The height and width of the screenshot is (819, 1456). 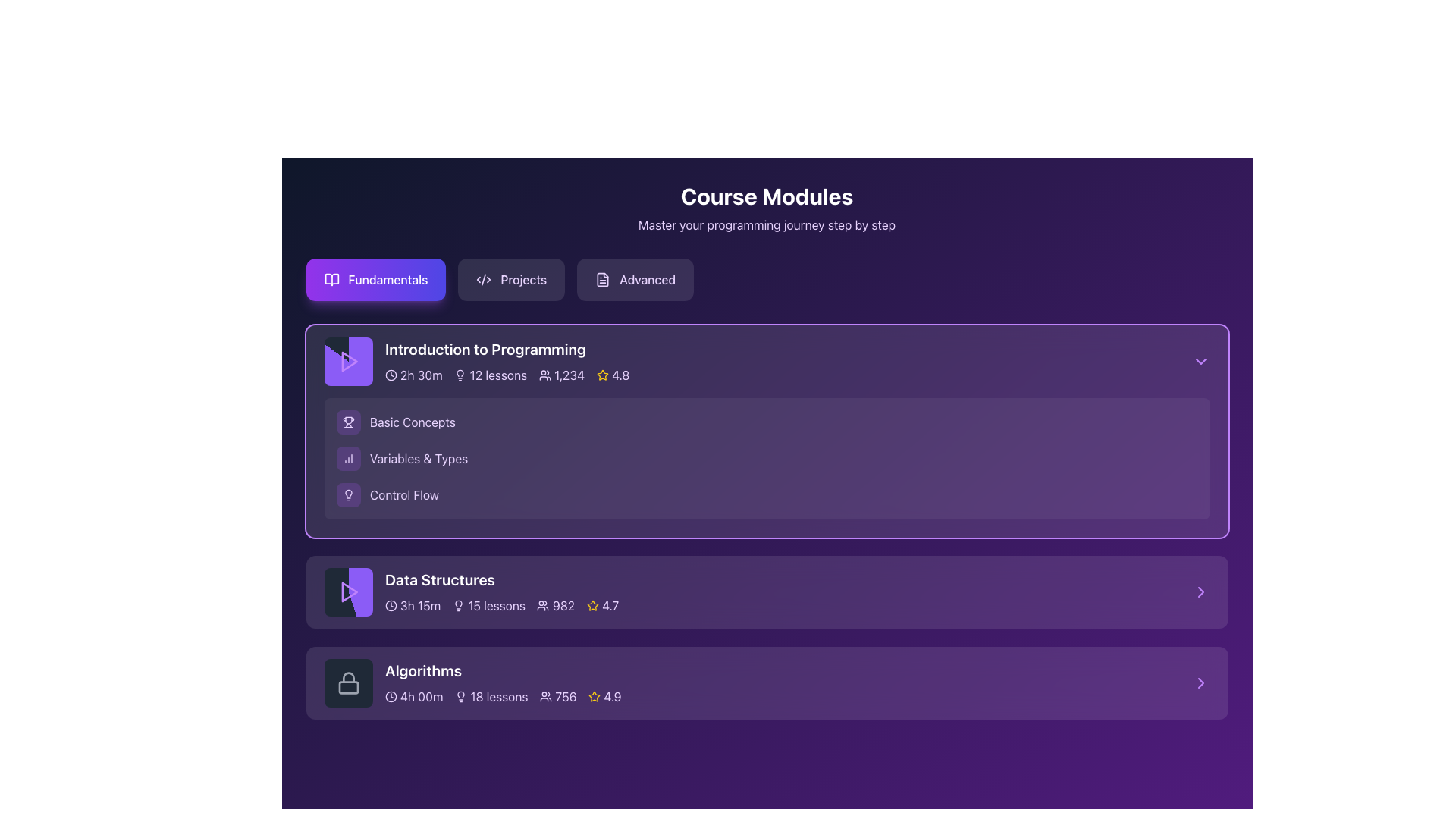 What do you see at coordinates (419, 458) in the screenshot?
I see `the 'Variables & Types' label, which is styled in light purple on a dark purple background` at bounding box center [419, 458].